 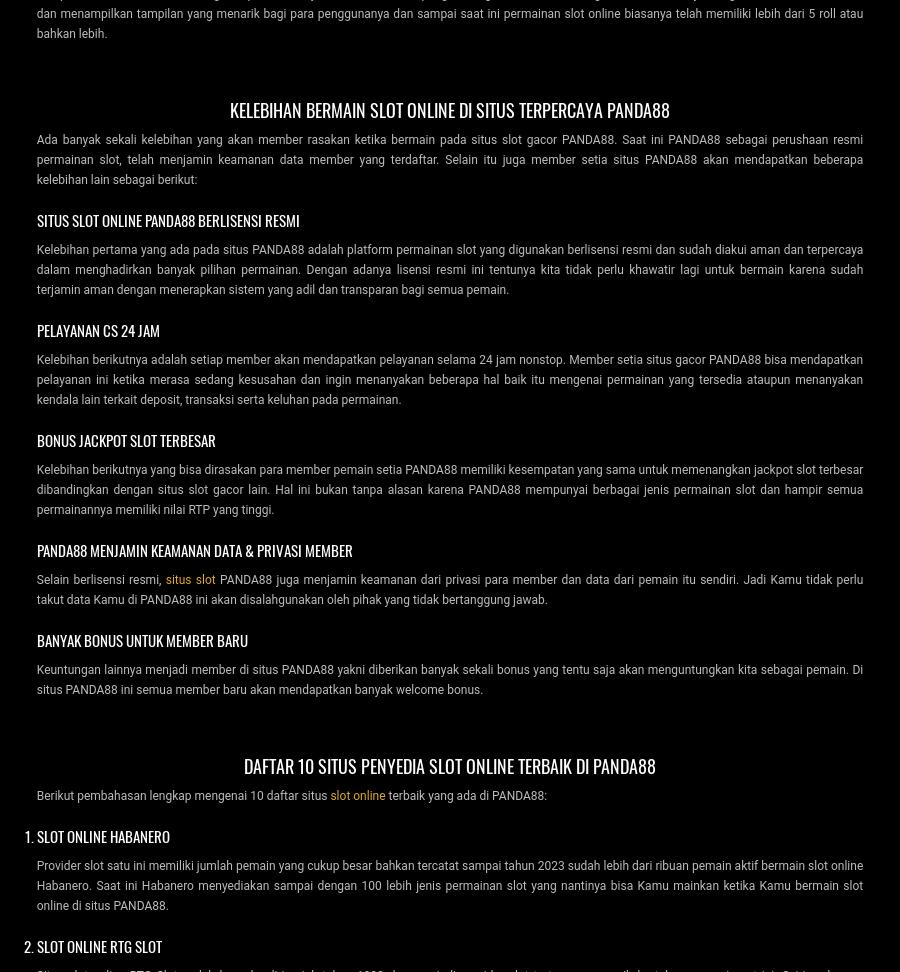 What do you see at coordinates (35, 547) in the screenshot?
I see `'PANDA88 Menjamin Keamanan Data & Privasi Member'` at bounding box center [35, 547].